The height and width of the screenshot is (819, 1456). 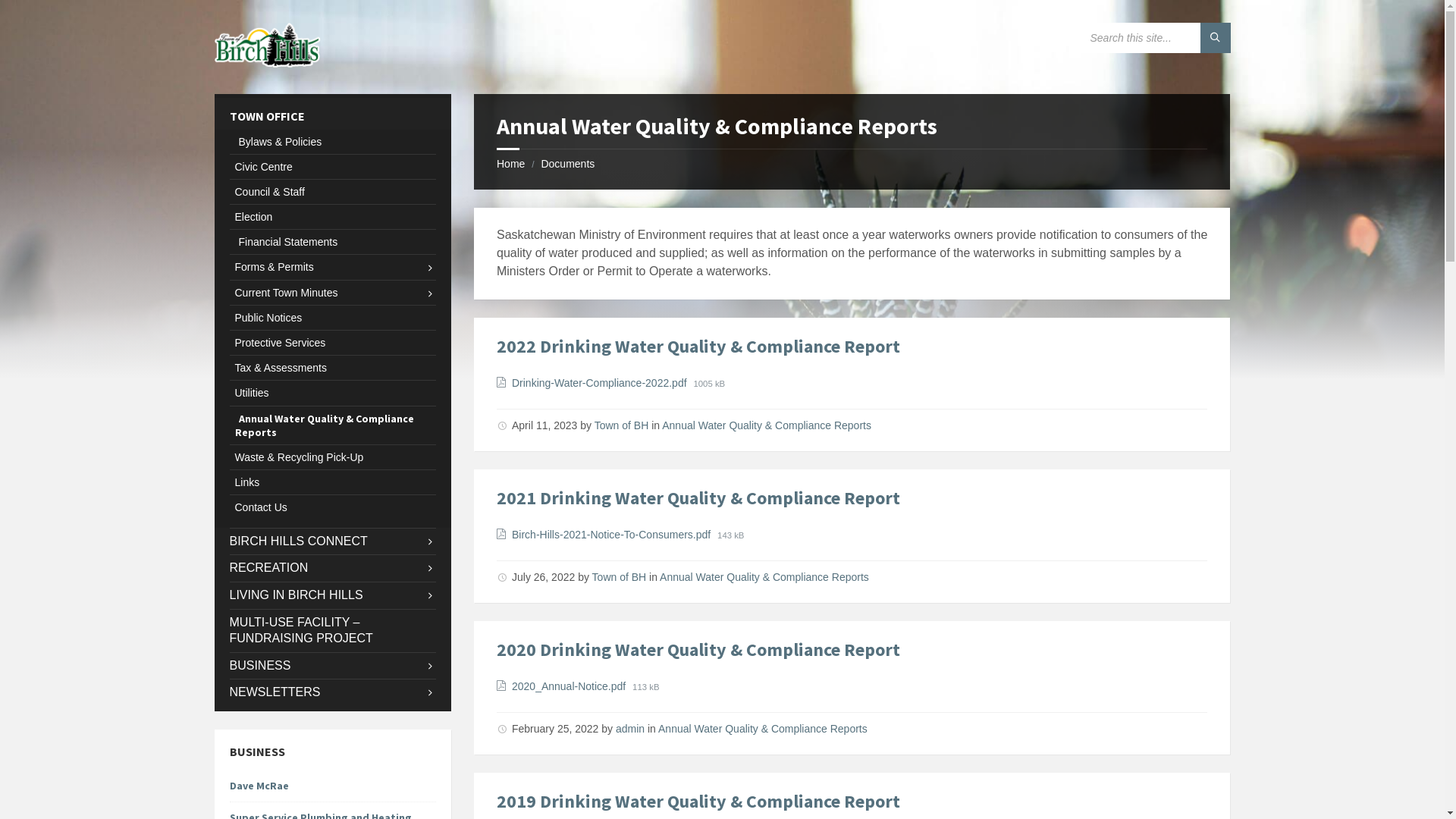 What do you see at coordinates (510, 164) in the screenshot?
I see `'Home'` at bounding box center [510, 164].